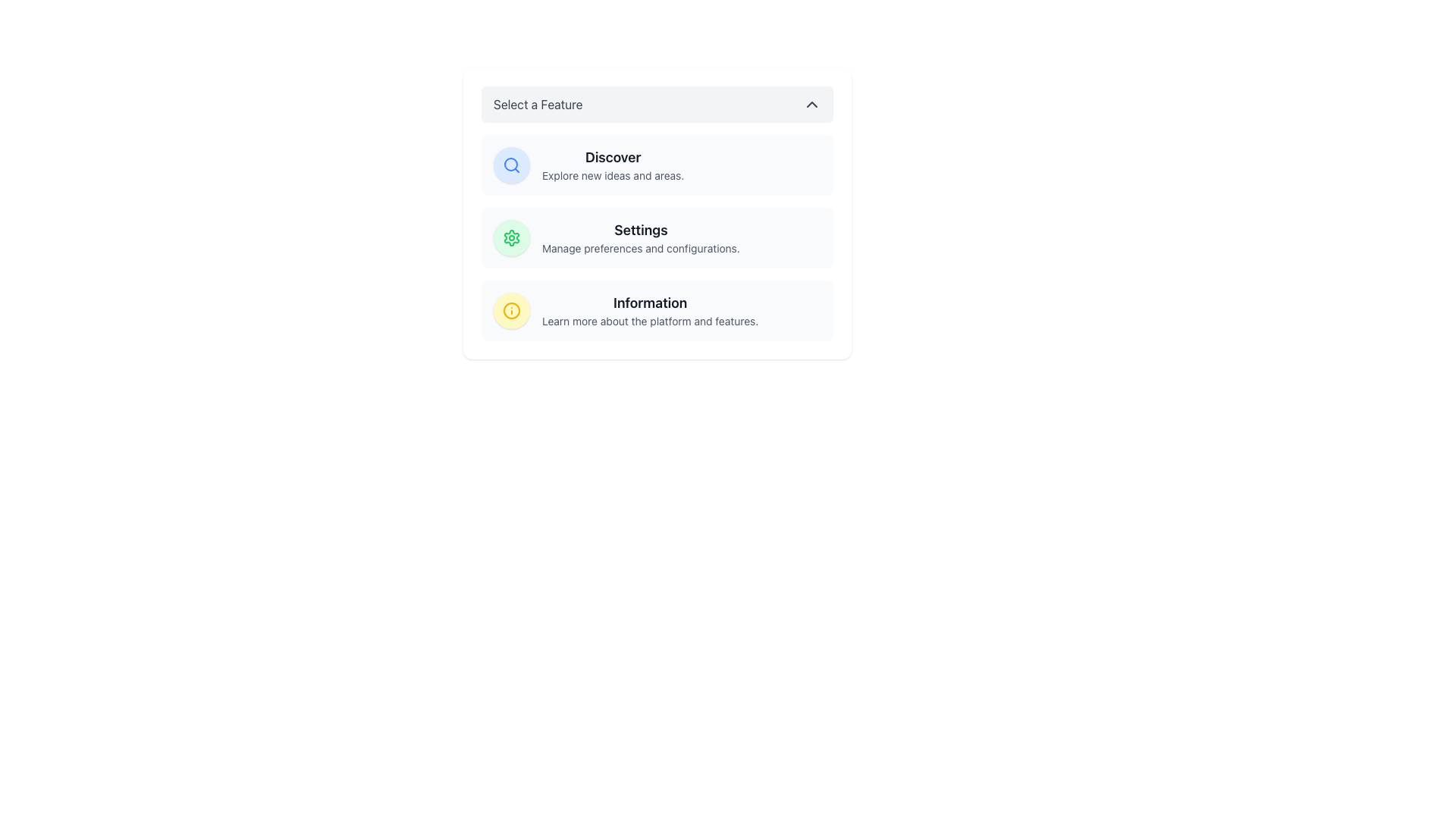 This screenshot has height=819, width=1456. Describe the element at coordinates (512, 165) in the screenshot. I see `the first icon representing the 'Discover' feature, located to the left of the 'Discover' label` at that location.